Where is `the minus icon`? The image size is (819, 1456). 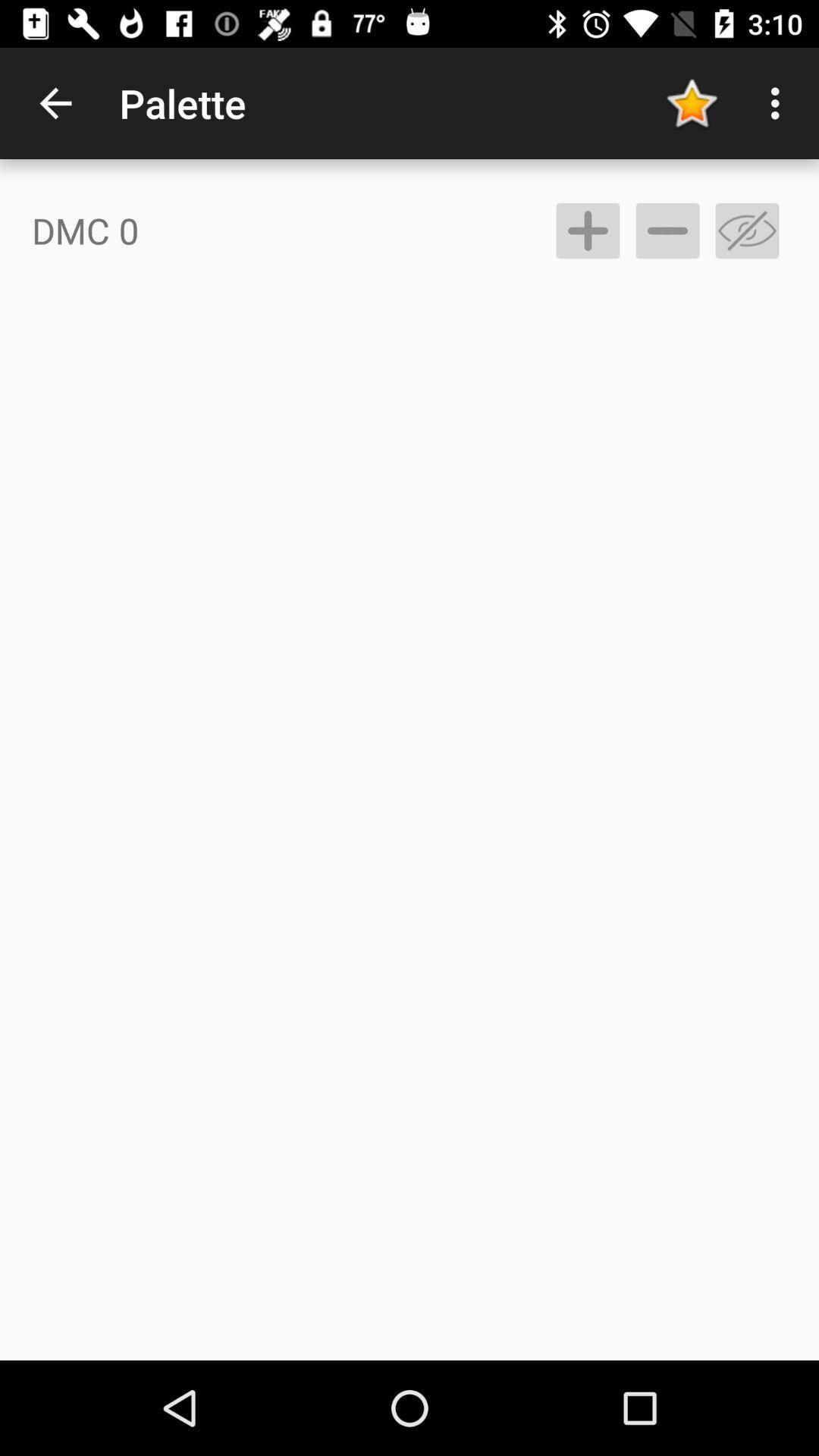
the minus icon is located at coordinates (667, 230).